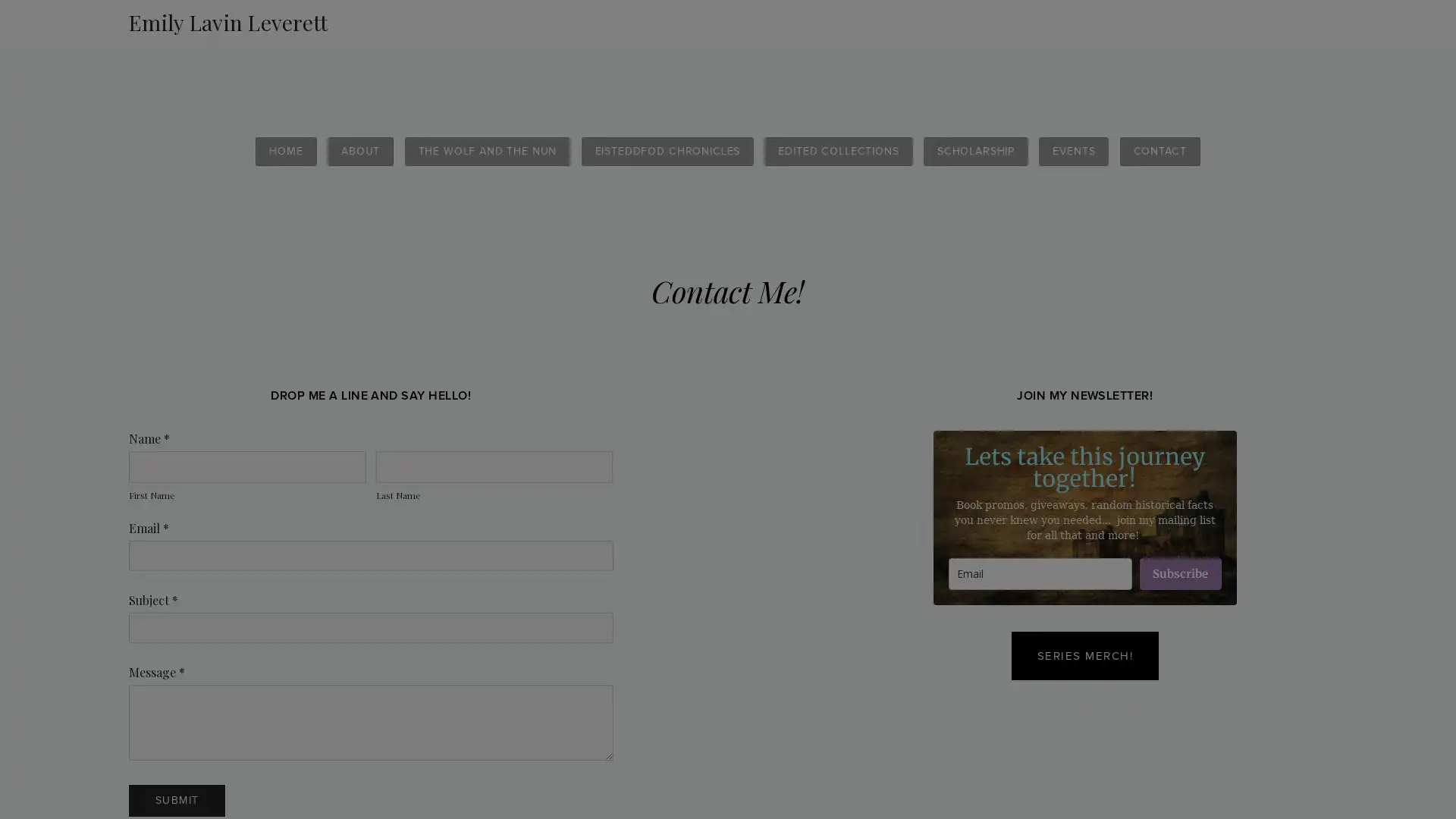 This screenshot has height=819, width=1456. What do you see at coordinates (177, 800) in the screenshot?
I see `Submit` at bounding box center [177, 800].